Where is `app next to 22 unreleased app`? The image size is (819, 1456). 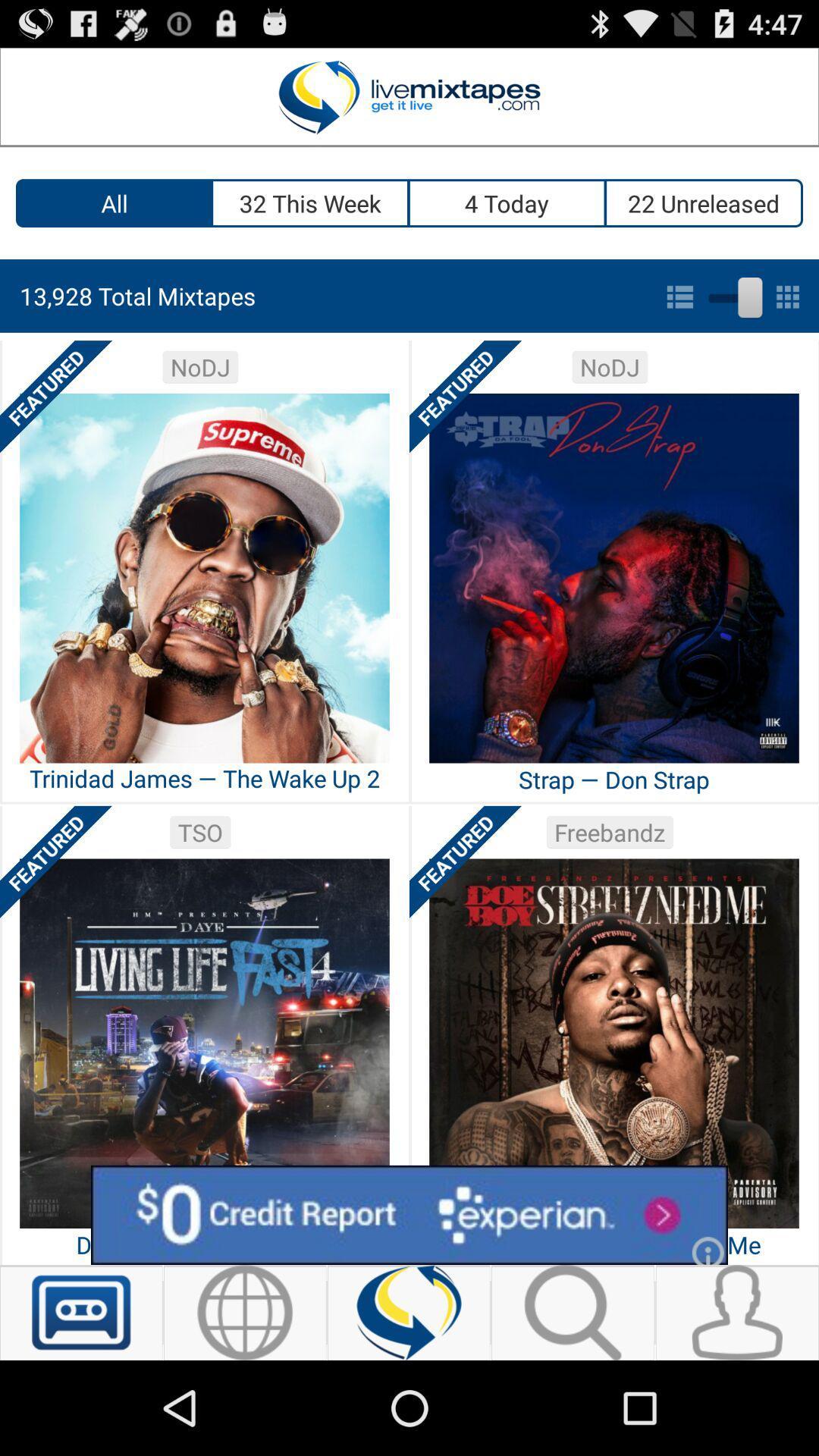
app next to 22 unreleased app is located at coordinates (507, 202).